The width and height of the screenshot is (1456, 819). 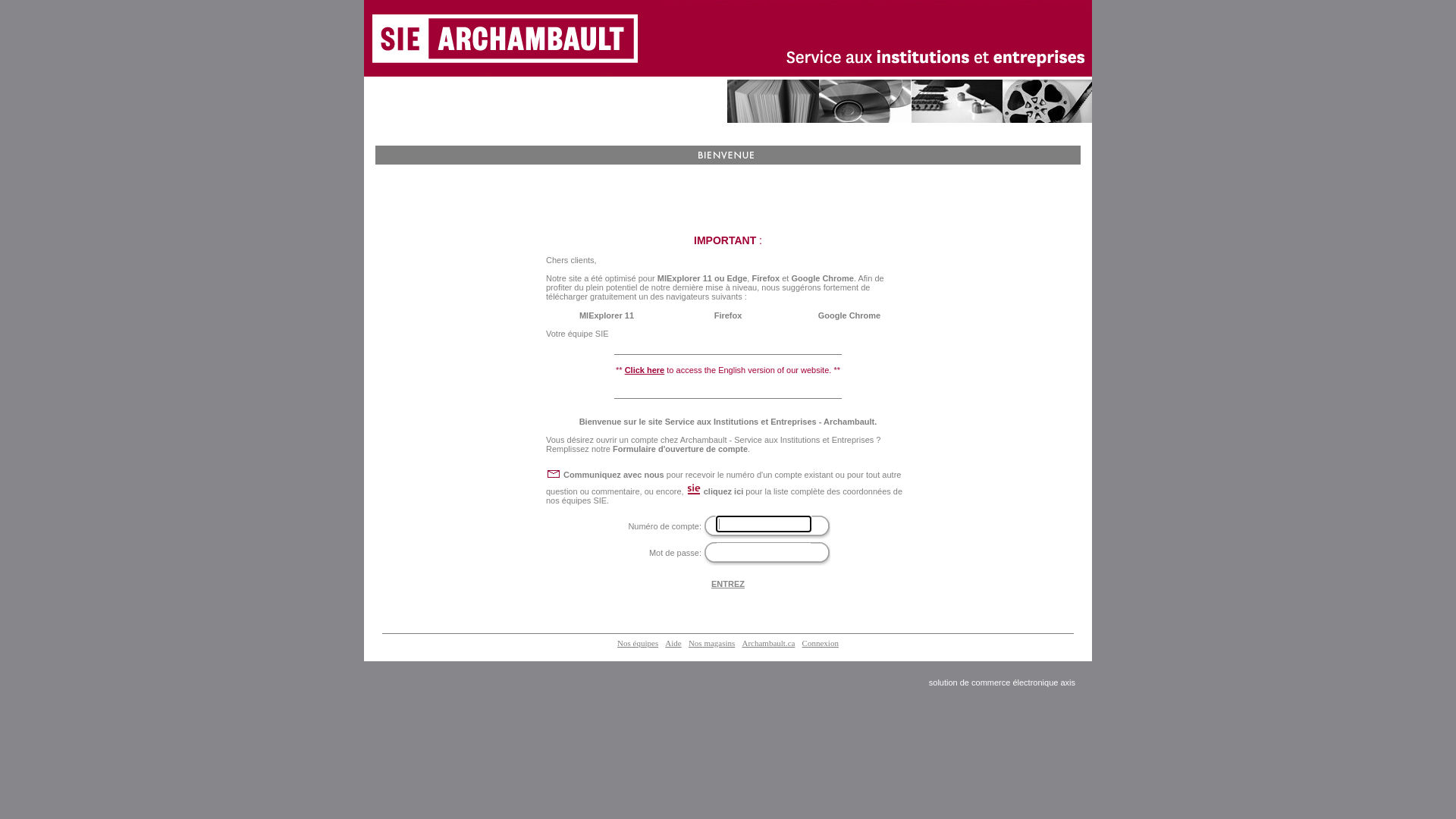 I want to click on 'Communiquez avec nous', so click(x=613, y=473).